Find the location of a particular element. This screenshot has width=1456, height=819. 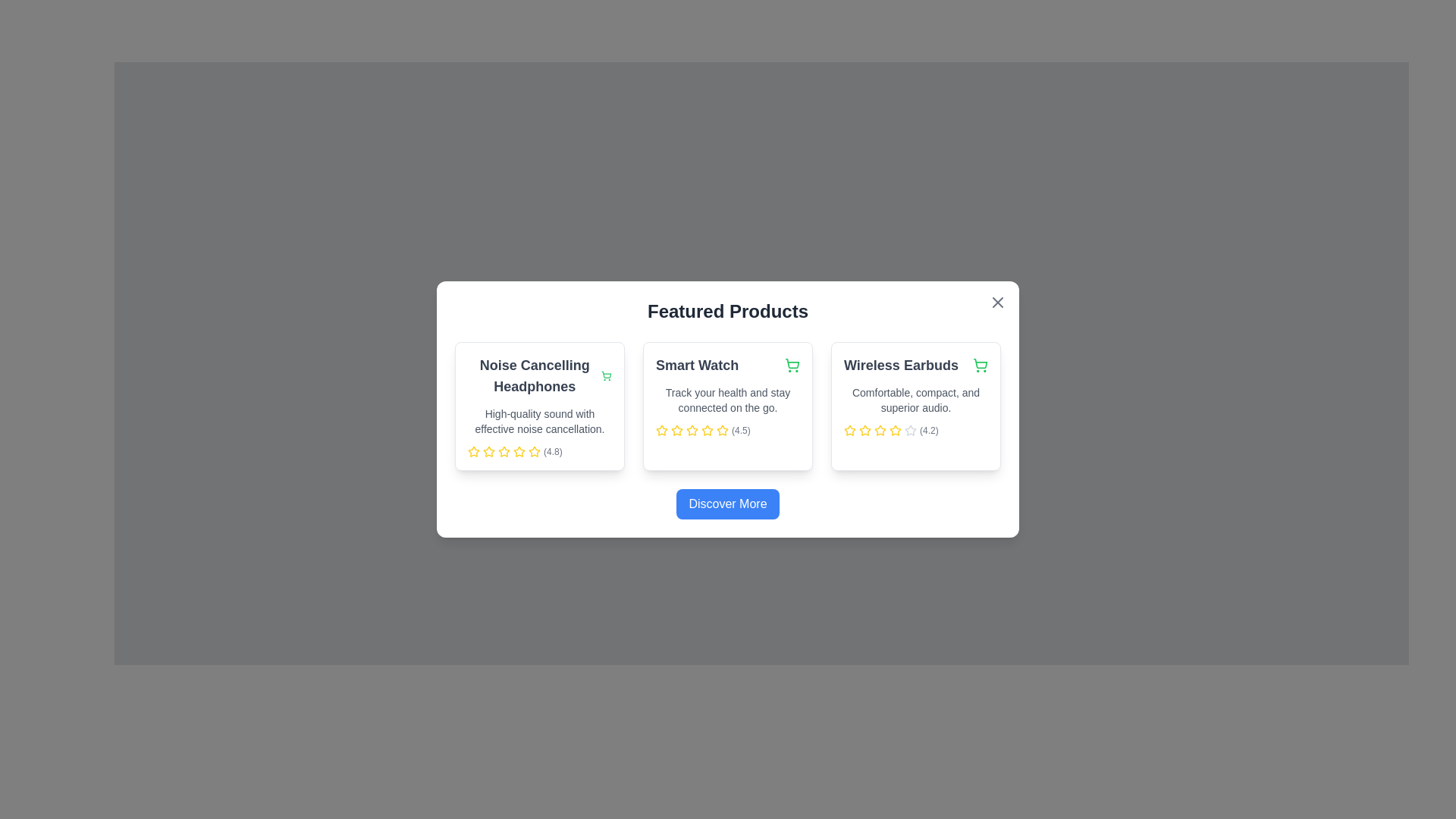

the shopping cart icon next to the 'Noise Cancelling Headphones' title is located at coordinates (607, 375).